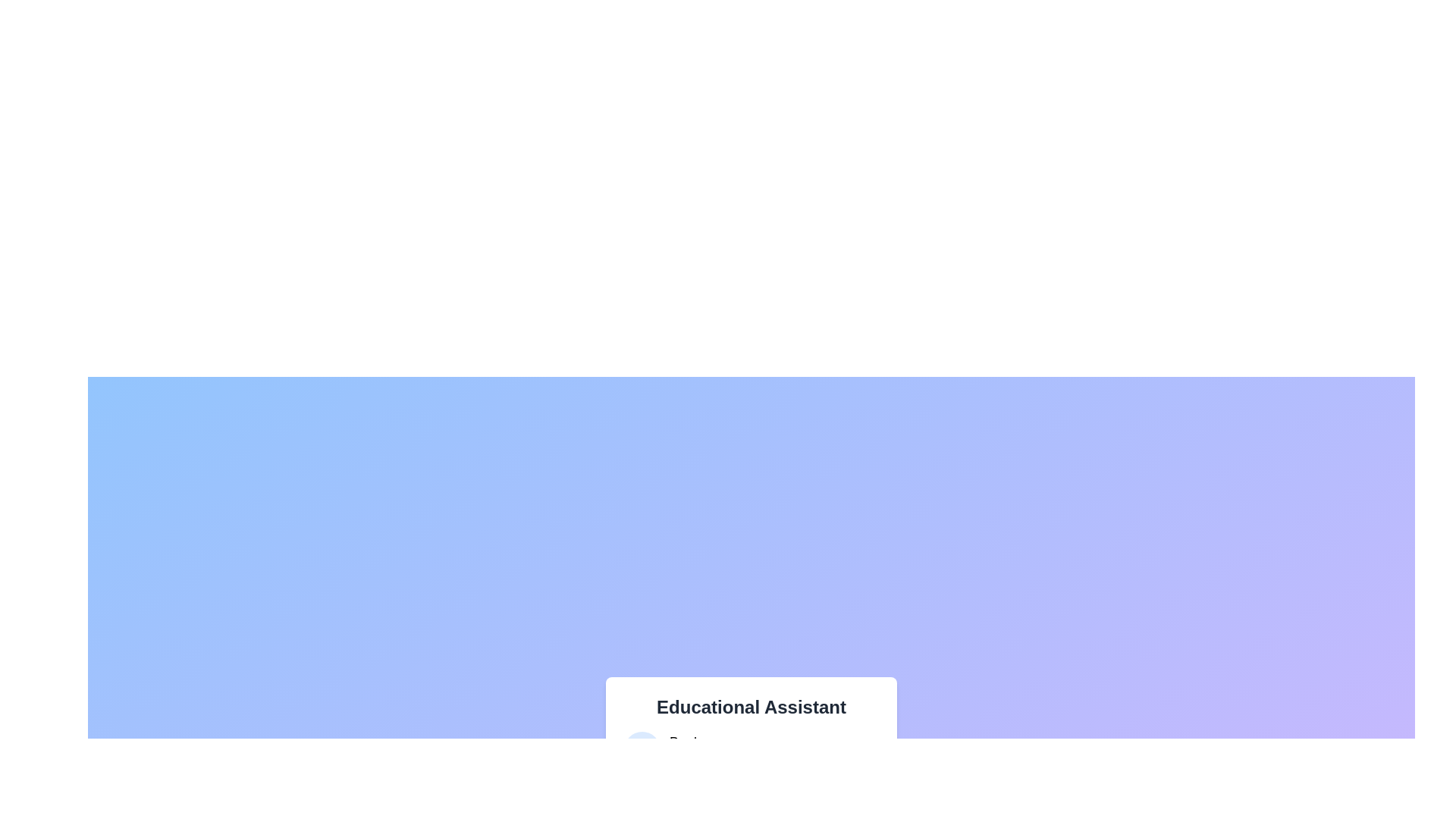  I want to click on the text label at the top of the white card with rounded corners, so click(751, 708).